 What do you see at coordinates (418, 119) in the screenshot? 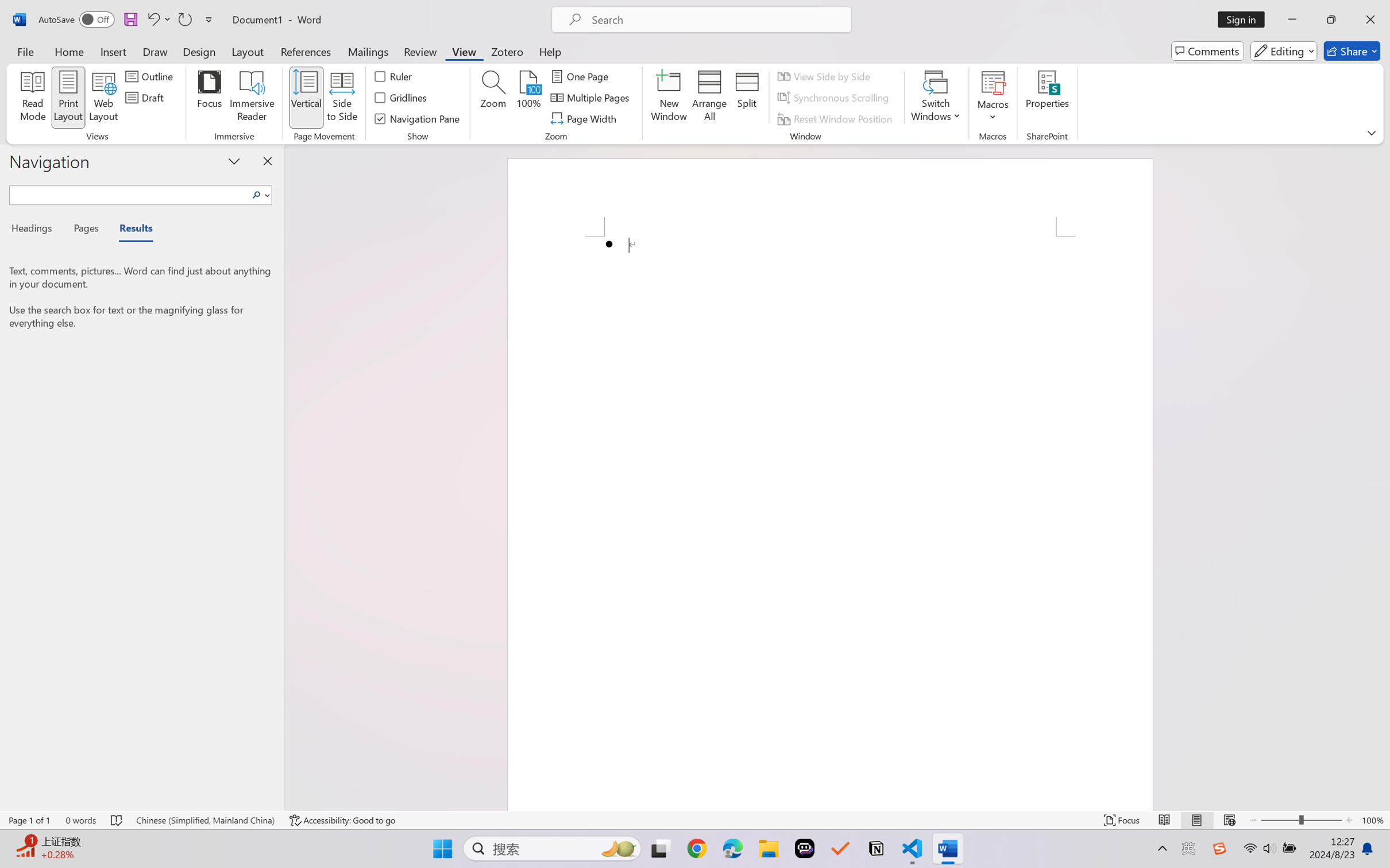
I see `'Navigation Pane'` at bounding box center [418, 119].